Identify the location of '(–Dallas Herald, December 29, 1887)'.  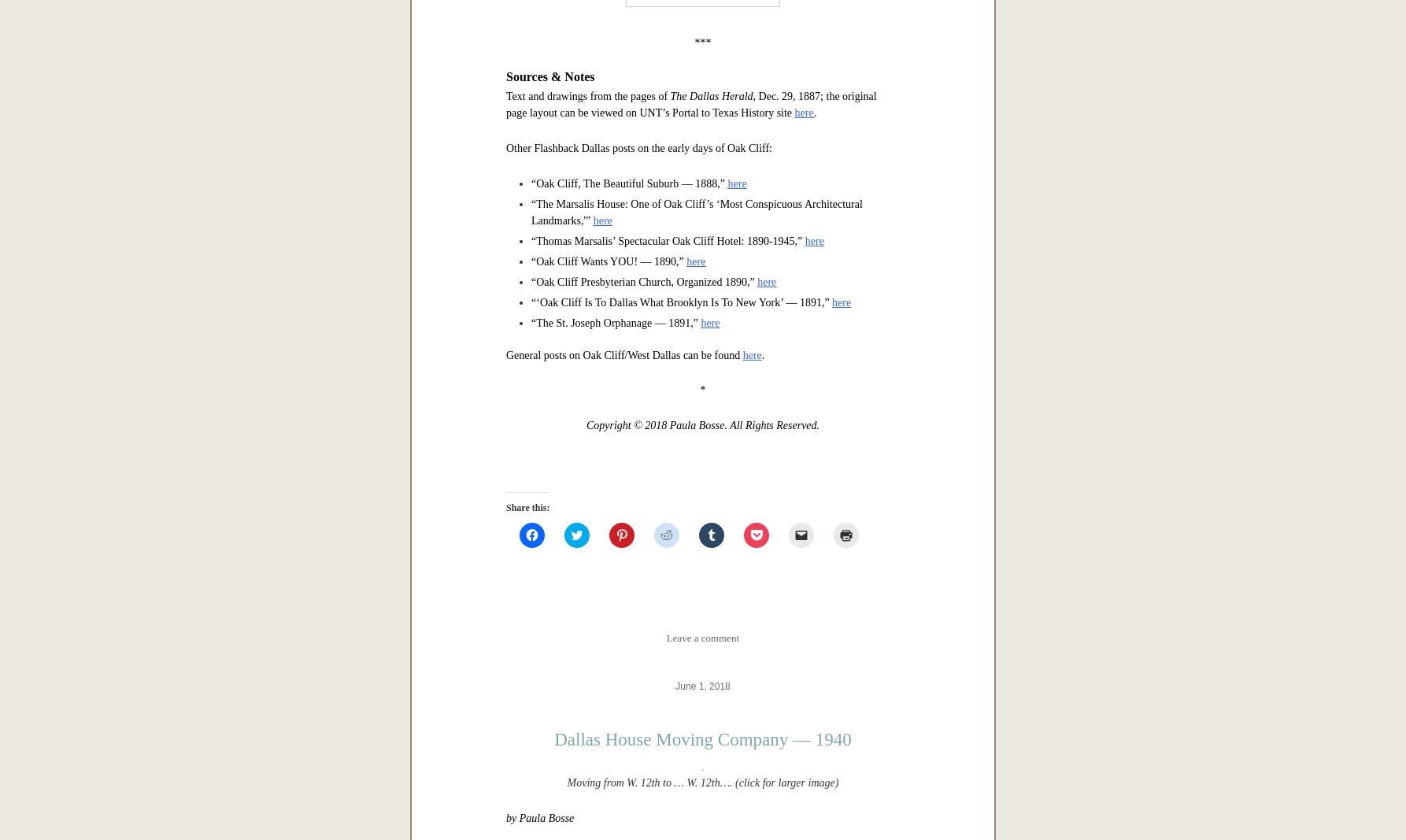
(693, 224).